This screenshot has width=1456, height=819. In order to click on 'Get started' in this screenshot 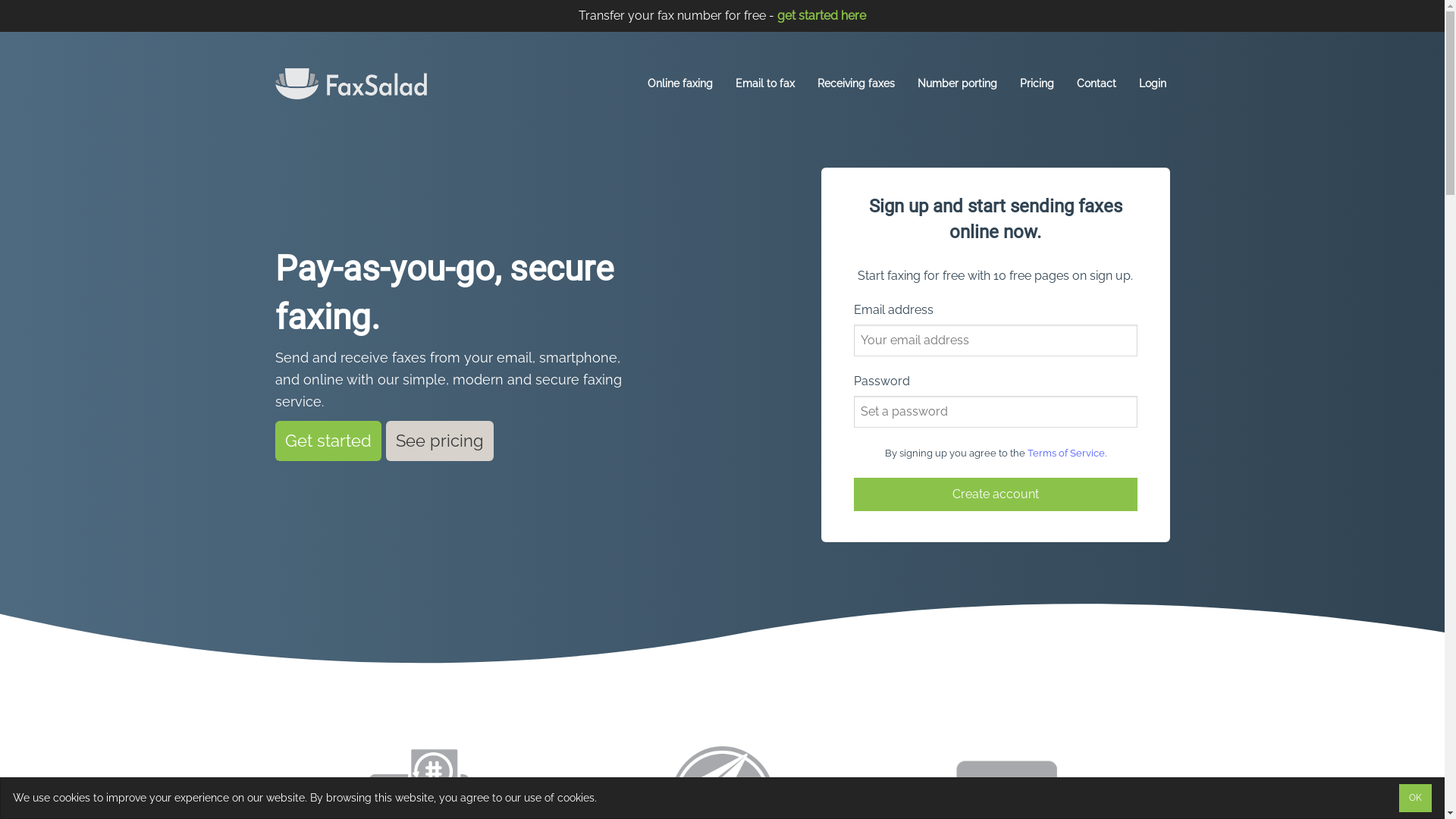, I will do `click(274, 441)`.